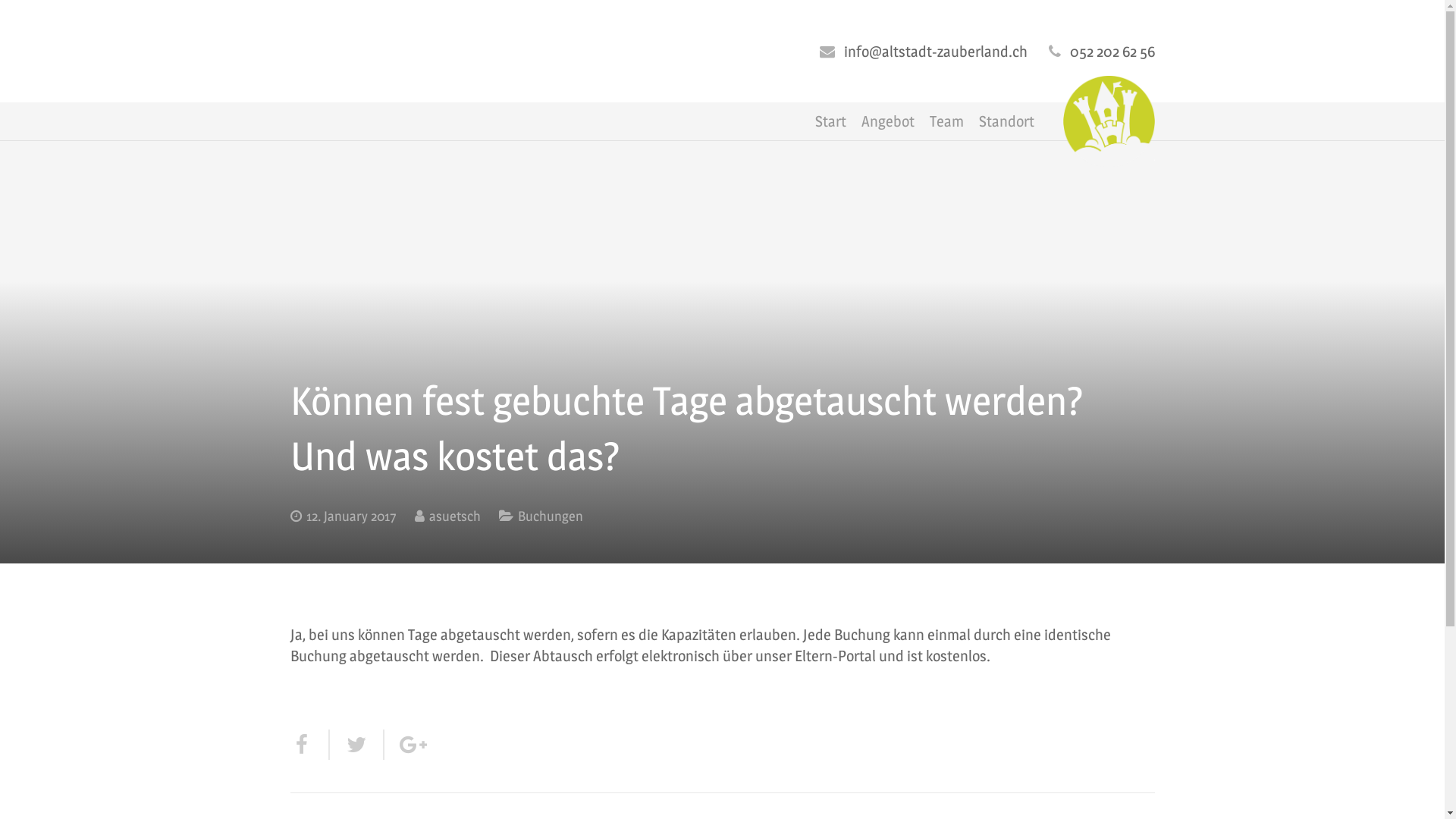 This screenshot has height=819, width=1456. What do you see at coordinates (830, 120) in the screenshot?
I see `'Start'` at bounding box center [830, 120].